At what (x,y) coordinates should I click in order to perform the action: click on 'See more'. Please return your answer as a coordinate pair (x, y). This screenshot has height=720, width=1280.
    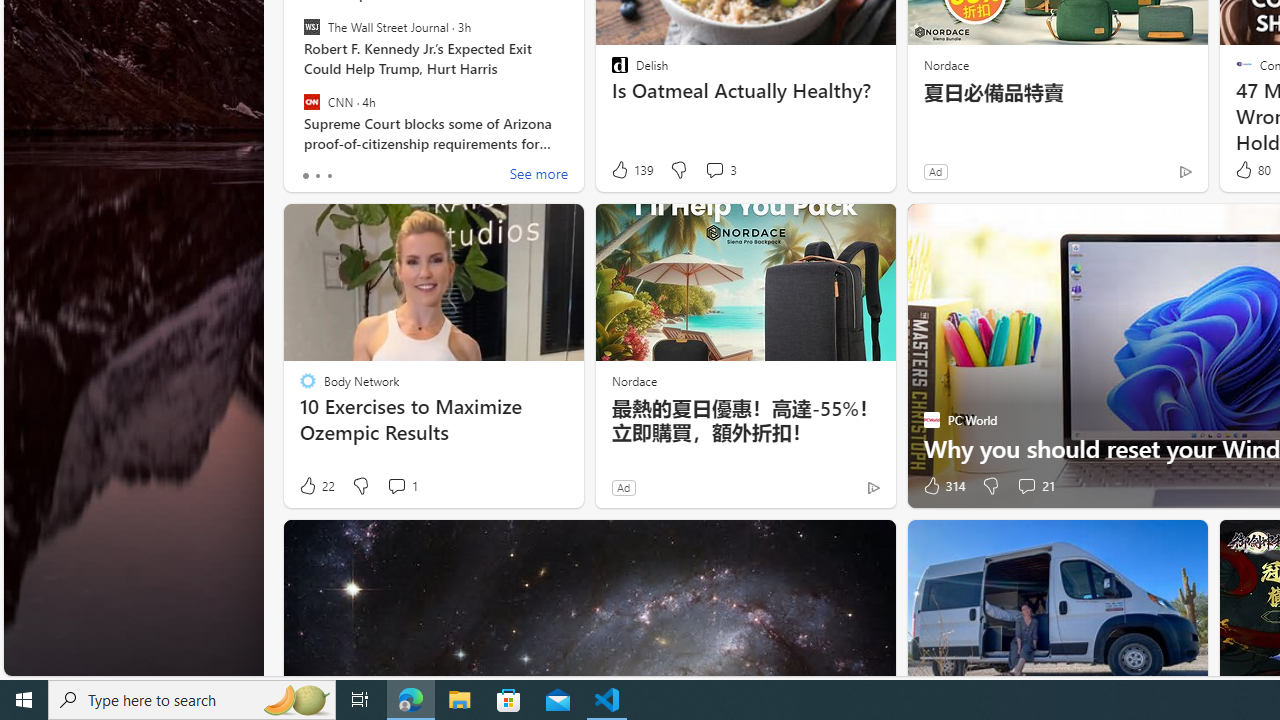
    Looking at the image, I should click on (538, 175).